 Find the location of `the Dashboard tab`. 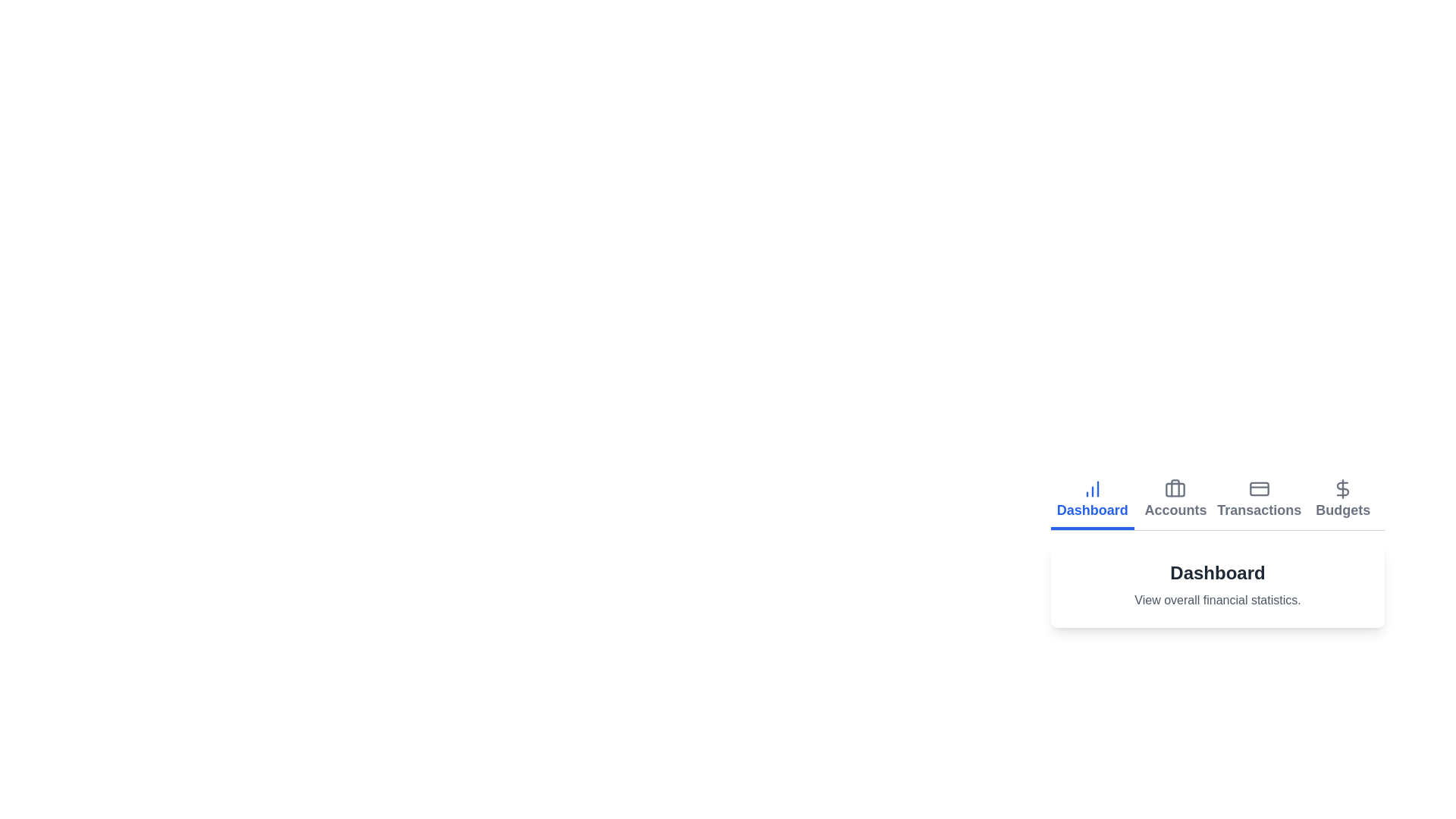

the Dashboard tab is located at coordinates (1092, 500).